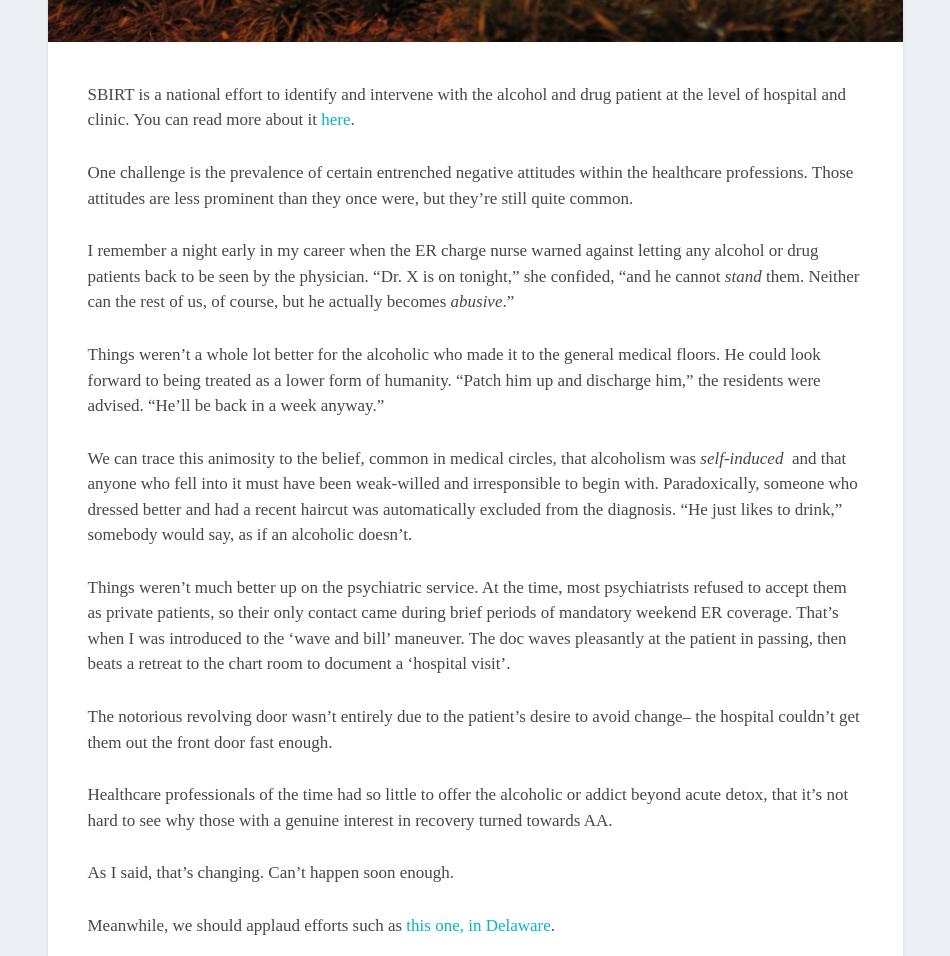  What do you see at coordinates (478, 925) in the screenshot?
I see `'this one, in Delaware'` at bounding box center [478, 925].